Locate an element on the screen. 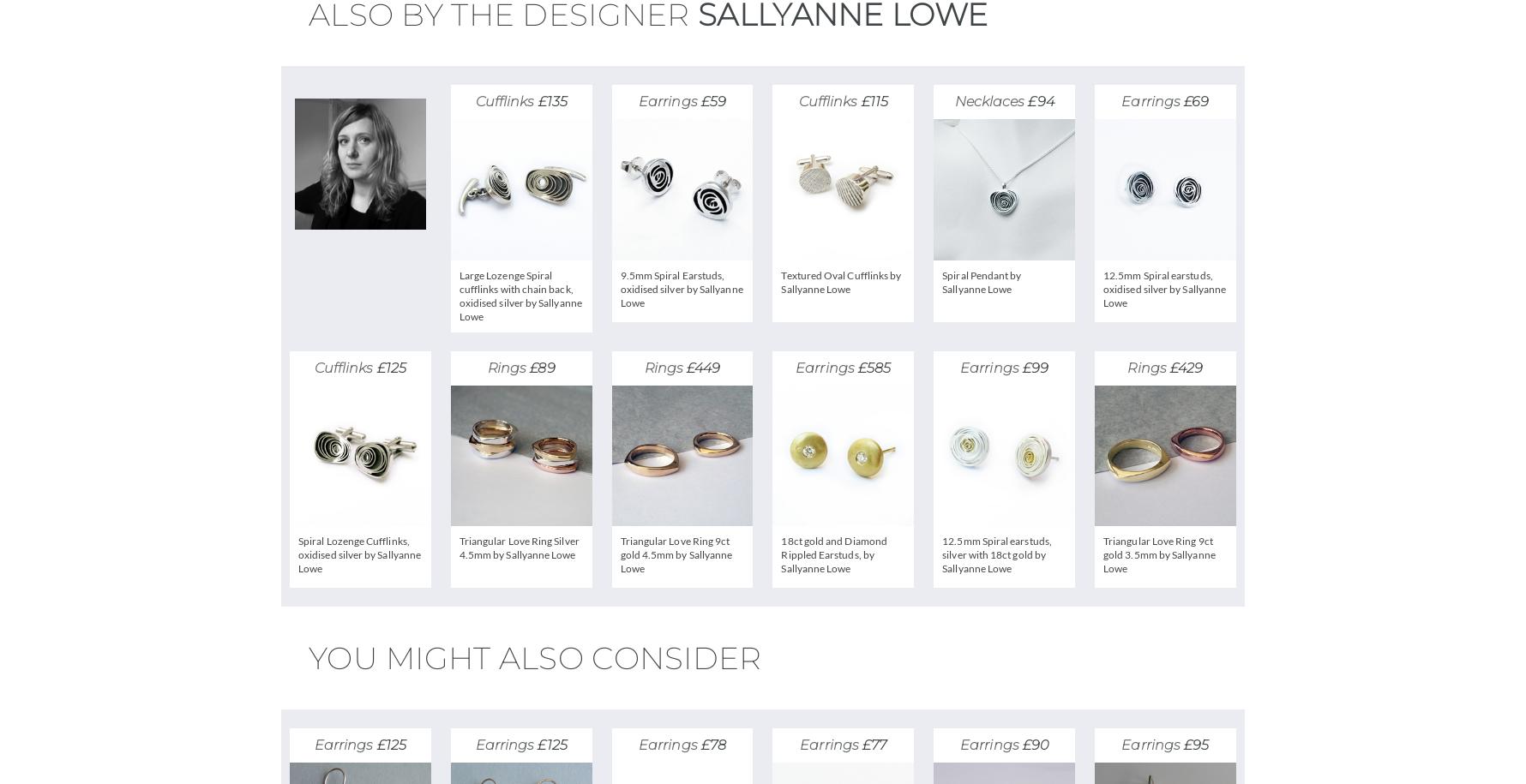 This screenshot has width=1526, height=784. 'Textured Oval Cufflinks by' is located at coordinates (839, 274).